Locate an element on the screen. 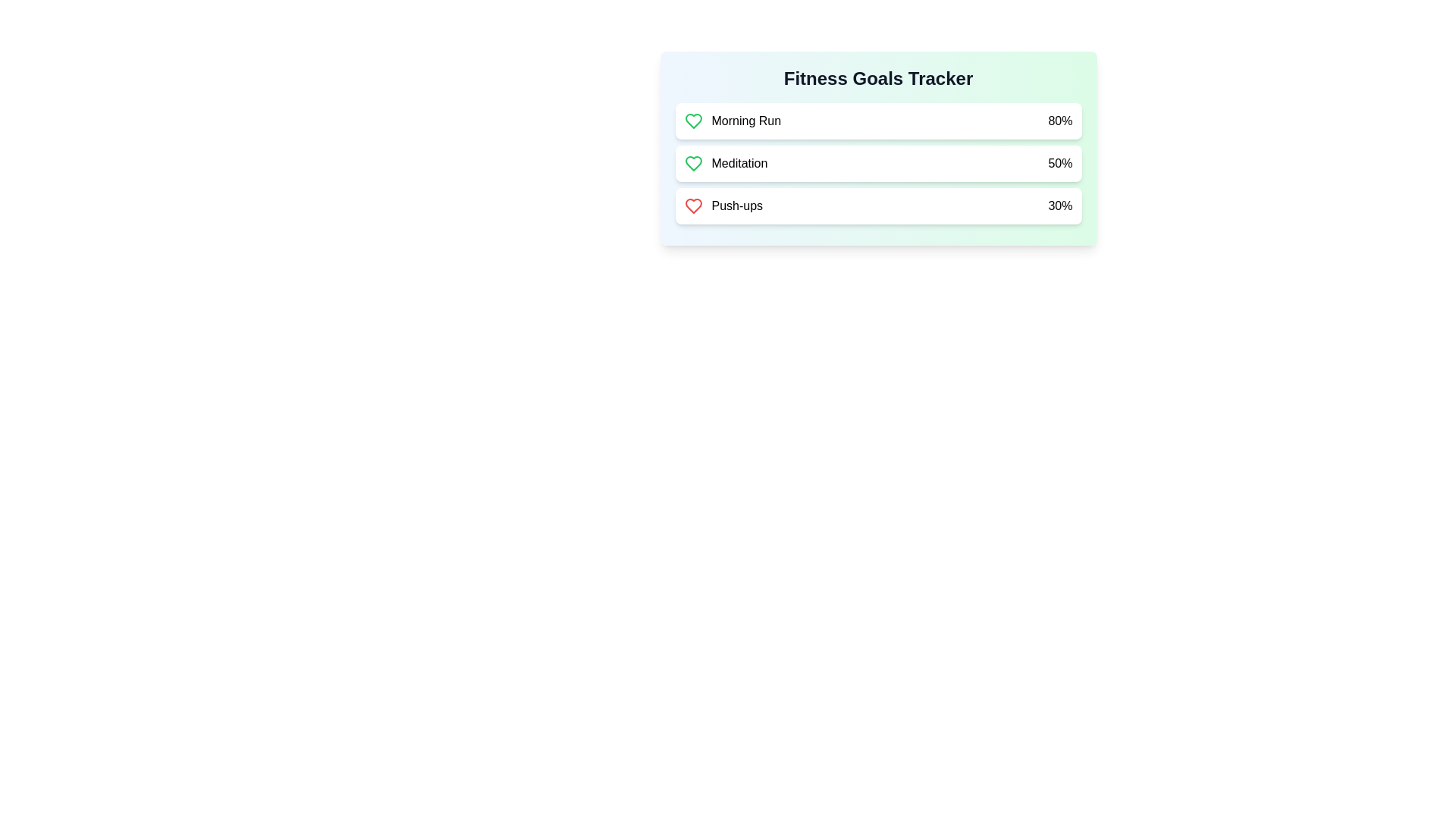  the text label in the first row of the fitness goal tracker is located at coordinates (746, 120).